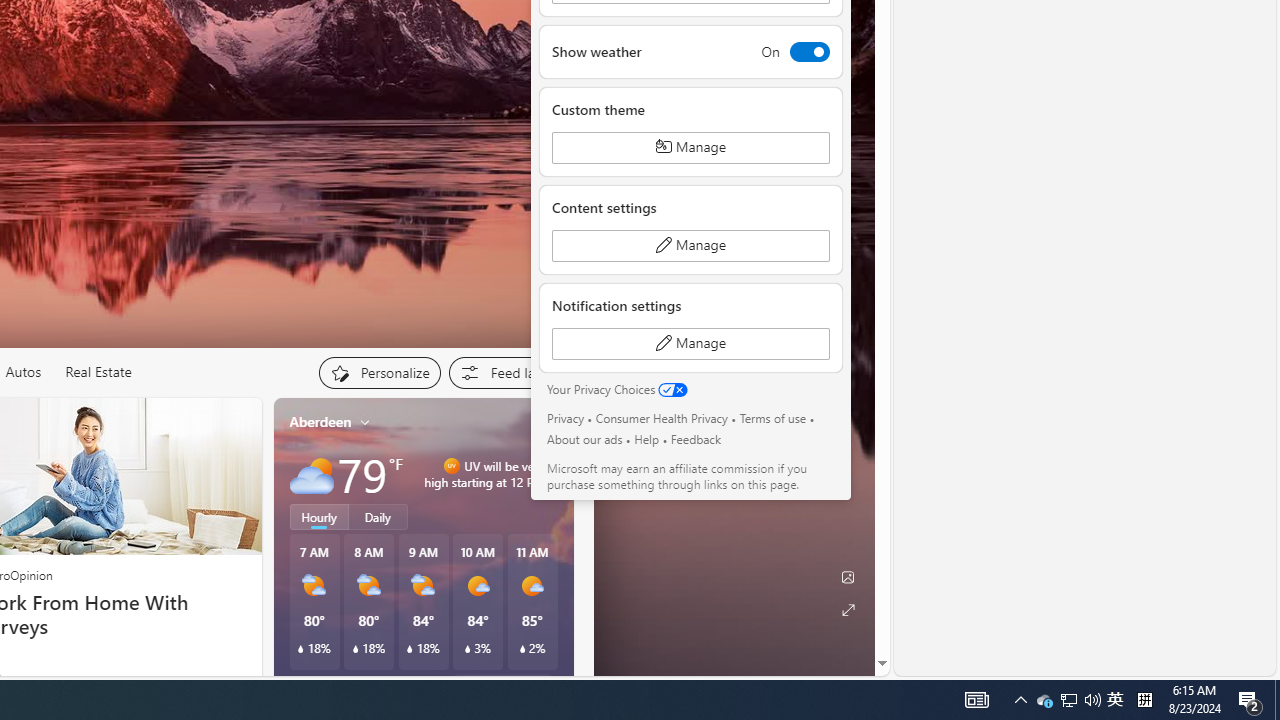 The image size is (1280, 720). Describe the element at coordinates (522, 649) in the screenshot. I see `'Class: weather-current-precipitation-glyph'` at that location.